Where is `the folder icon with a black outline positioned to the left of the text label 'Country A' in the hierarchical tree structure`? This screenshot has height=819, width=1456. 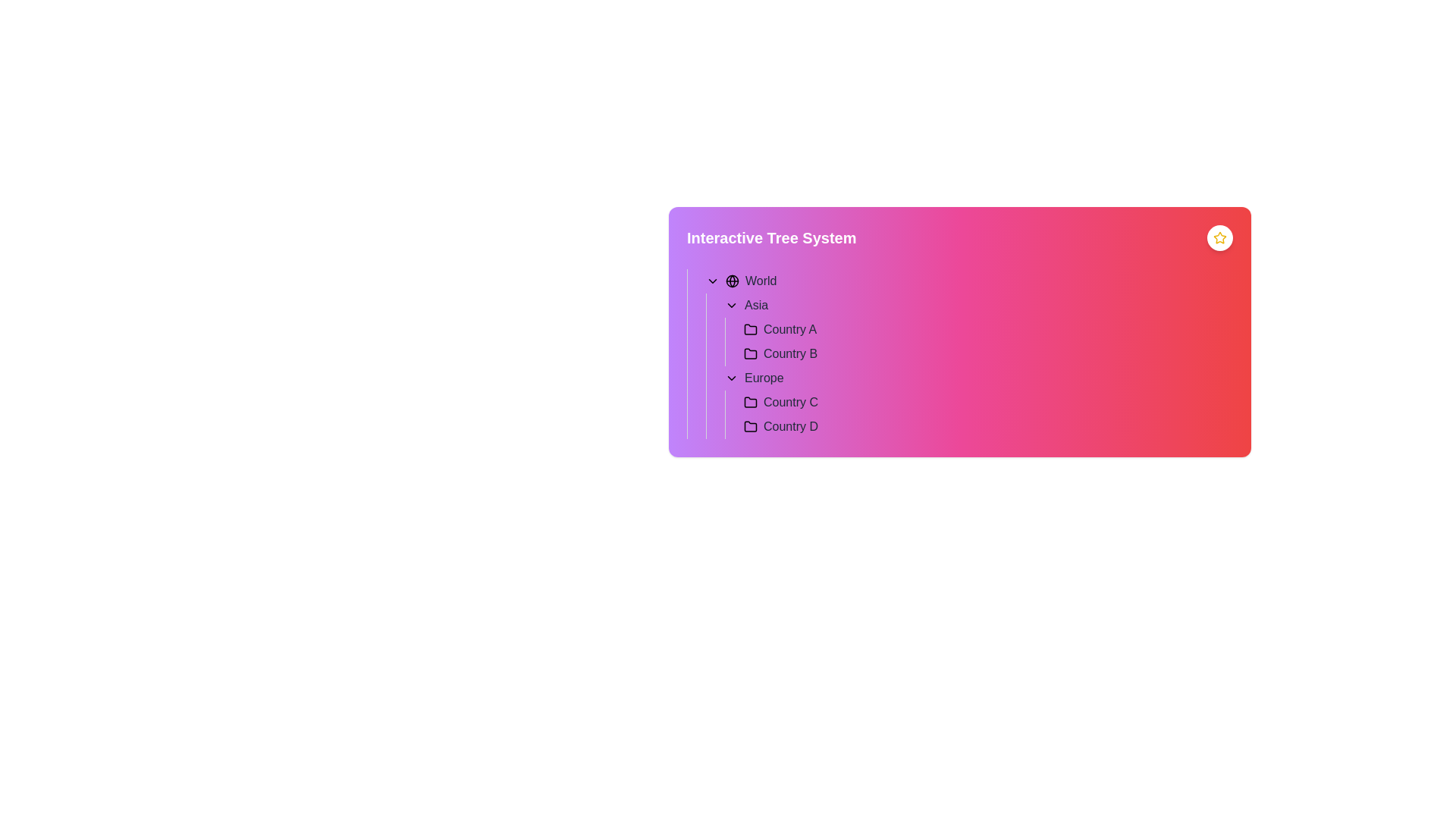 the folder icon with a black outline positioned to the left of the text label 'Country A' in the hierarchical tree structure is located at coordinates (750, 329).